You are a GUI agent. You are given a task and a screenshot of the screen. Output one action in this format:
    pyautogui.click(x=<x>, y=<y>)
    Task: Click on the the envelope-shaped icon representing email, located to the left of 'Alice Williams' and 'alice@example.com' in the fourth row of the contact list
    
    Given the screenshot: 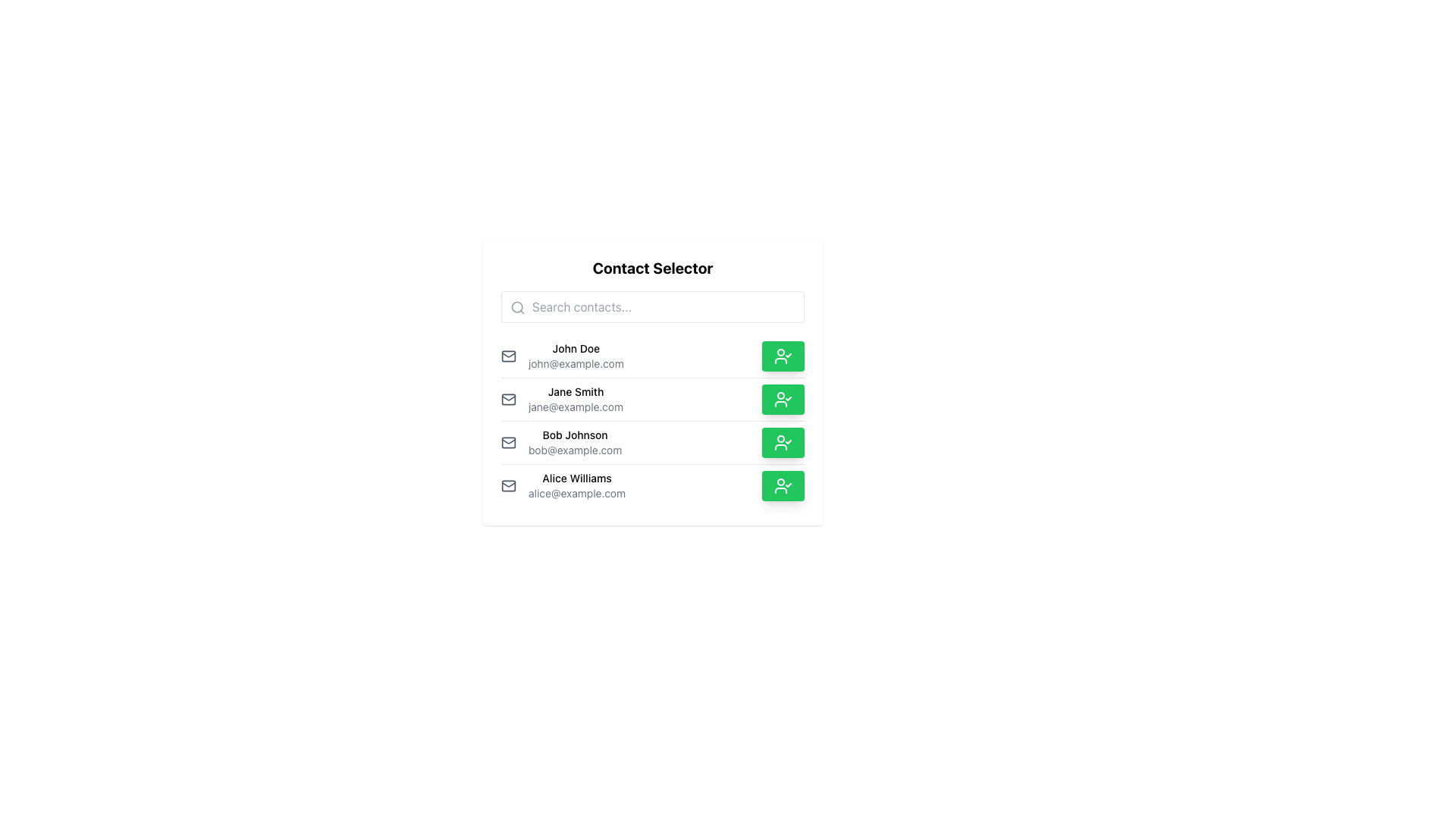 What is the action you would take?
    pyautogui.click(x=509, y=485)
    